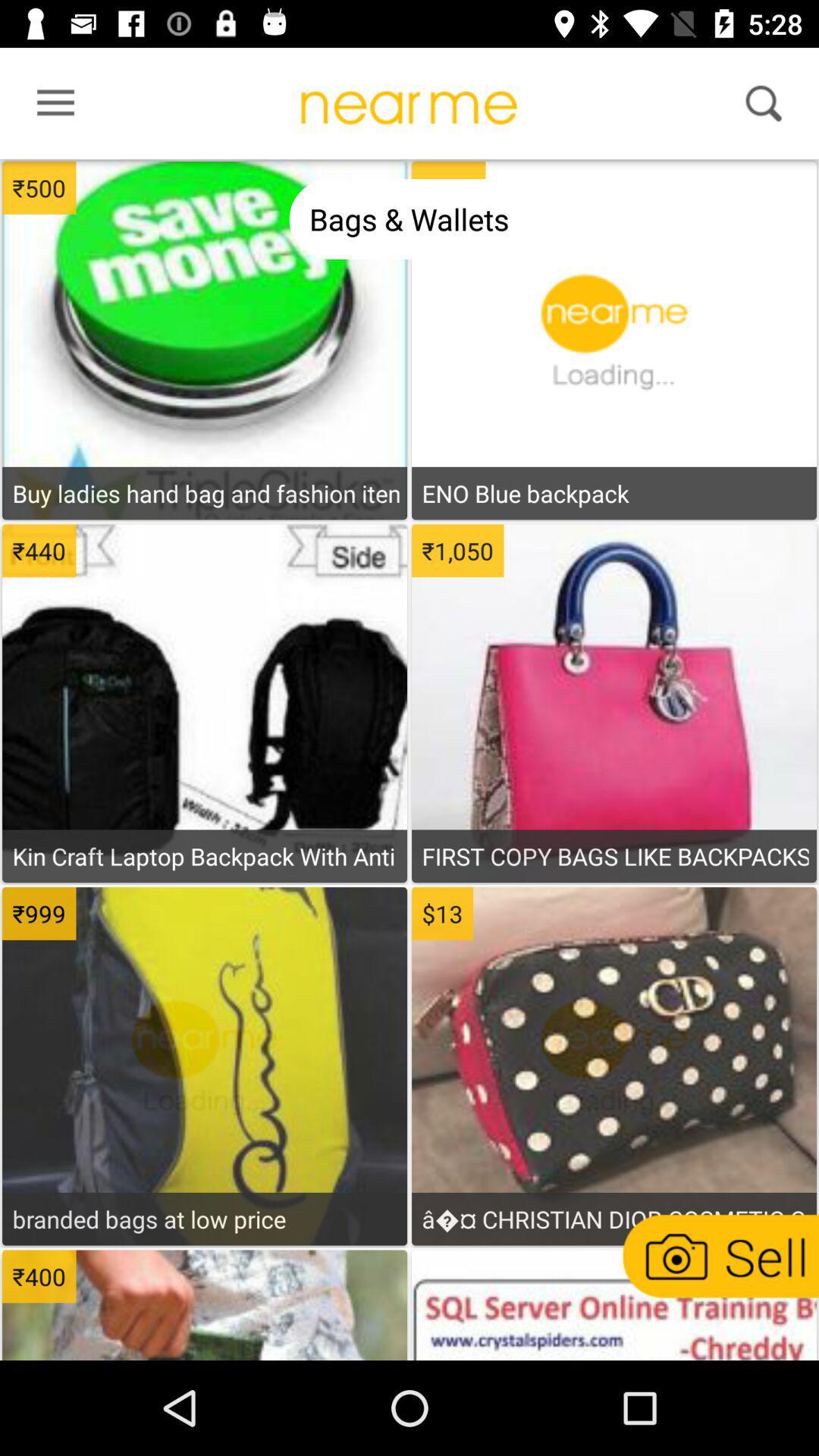 Image resolution: width=819 pixels, height=1456 pixels. I want to click on item page, so click(205, 1307).